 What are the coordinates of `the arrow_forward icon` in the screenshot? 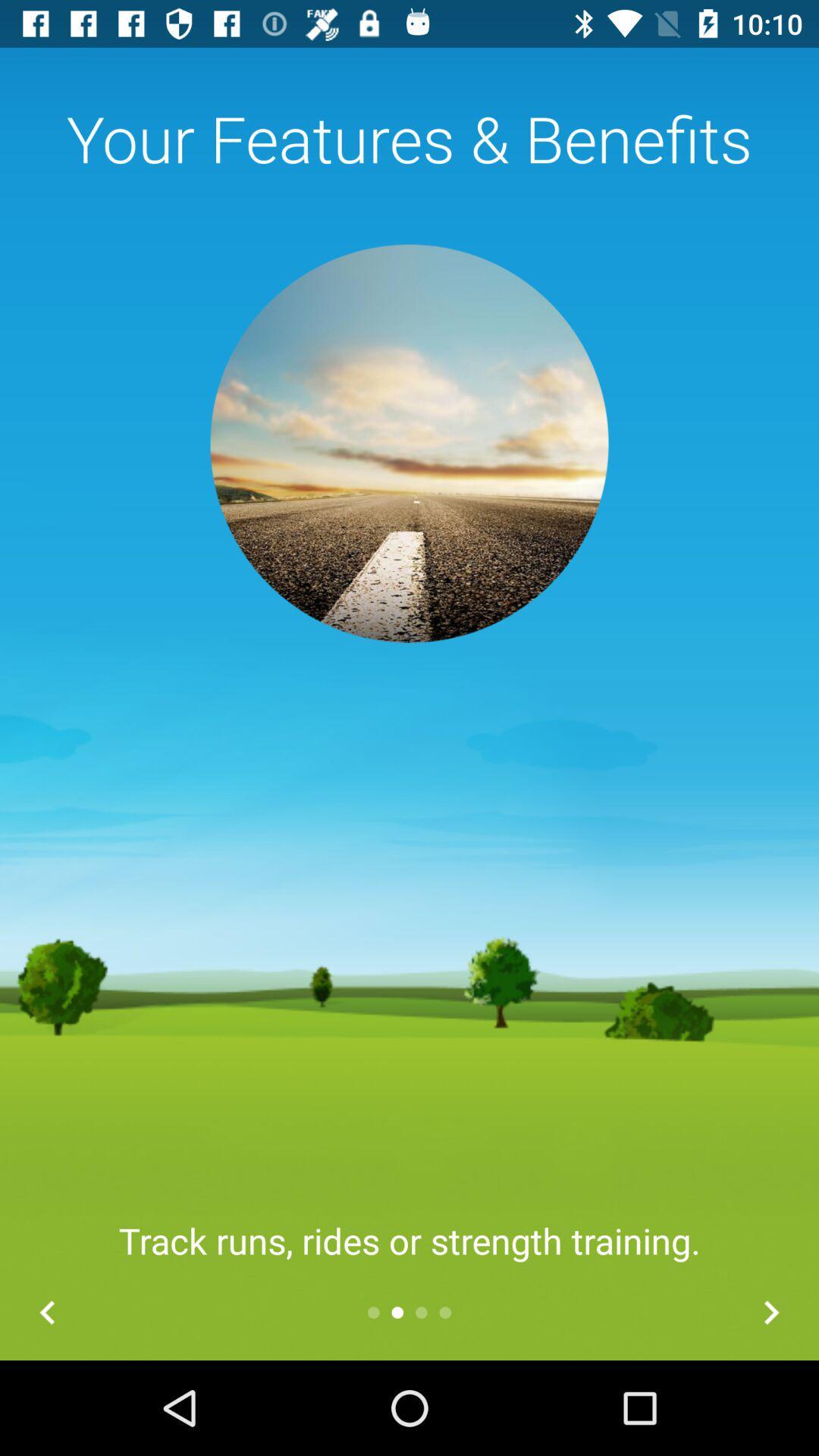 It's located at (771, 1312).